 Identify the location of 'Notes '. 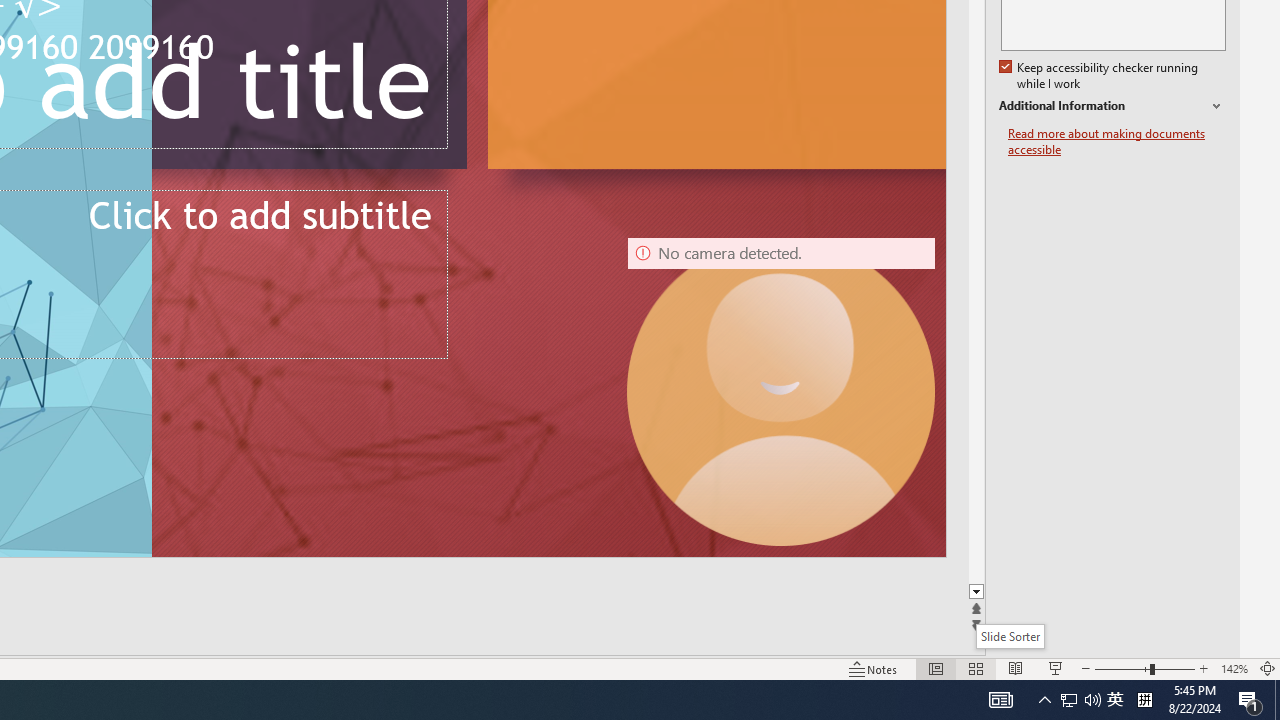
(874, 669).